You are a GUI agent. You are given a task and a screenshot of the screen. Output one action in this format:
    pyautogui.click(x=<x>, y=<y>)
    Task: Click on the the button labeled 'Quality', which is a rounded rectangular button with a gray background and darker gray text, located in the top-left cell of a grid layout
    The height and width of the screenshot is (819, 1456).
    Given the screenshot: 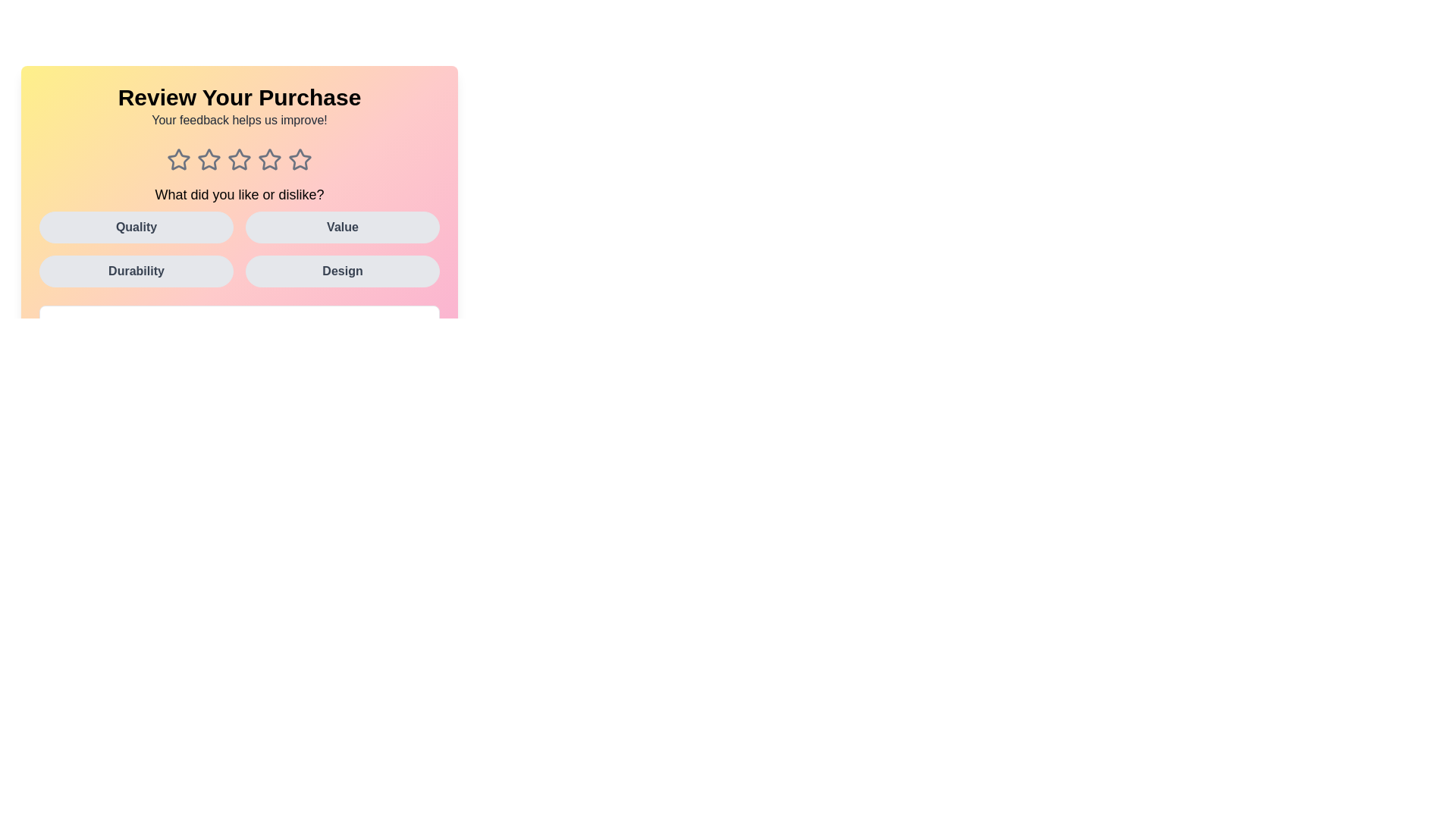 What is the action you would take?
    pyautogui.click(x=136, y=227)
    